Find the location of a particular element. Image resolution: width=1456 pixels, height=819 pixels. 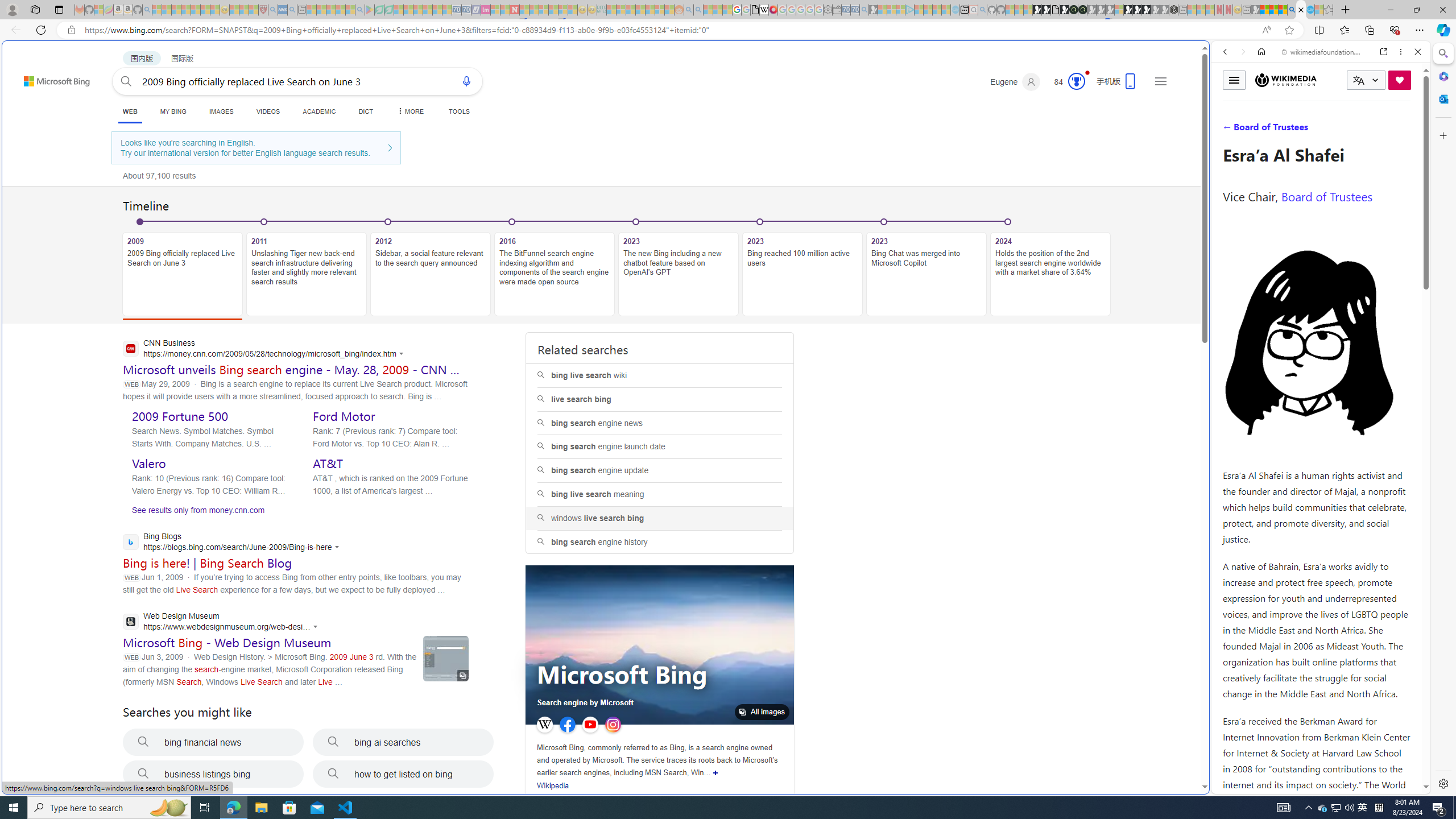

'Microsoft Bing - Web Design Museum' is located at coordinates (227, 642).